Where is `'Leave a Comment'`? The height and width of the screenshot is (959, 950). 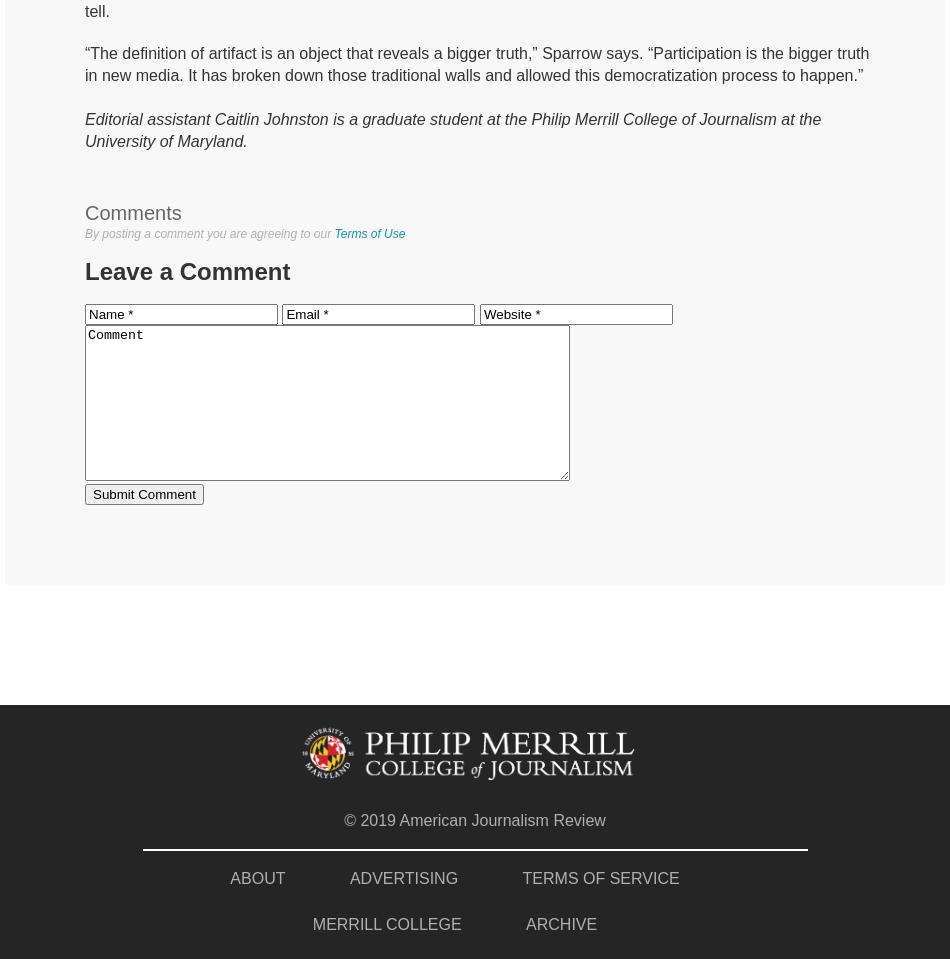
'Leave a Comment' is located at coordinates (187, 270).